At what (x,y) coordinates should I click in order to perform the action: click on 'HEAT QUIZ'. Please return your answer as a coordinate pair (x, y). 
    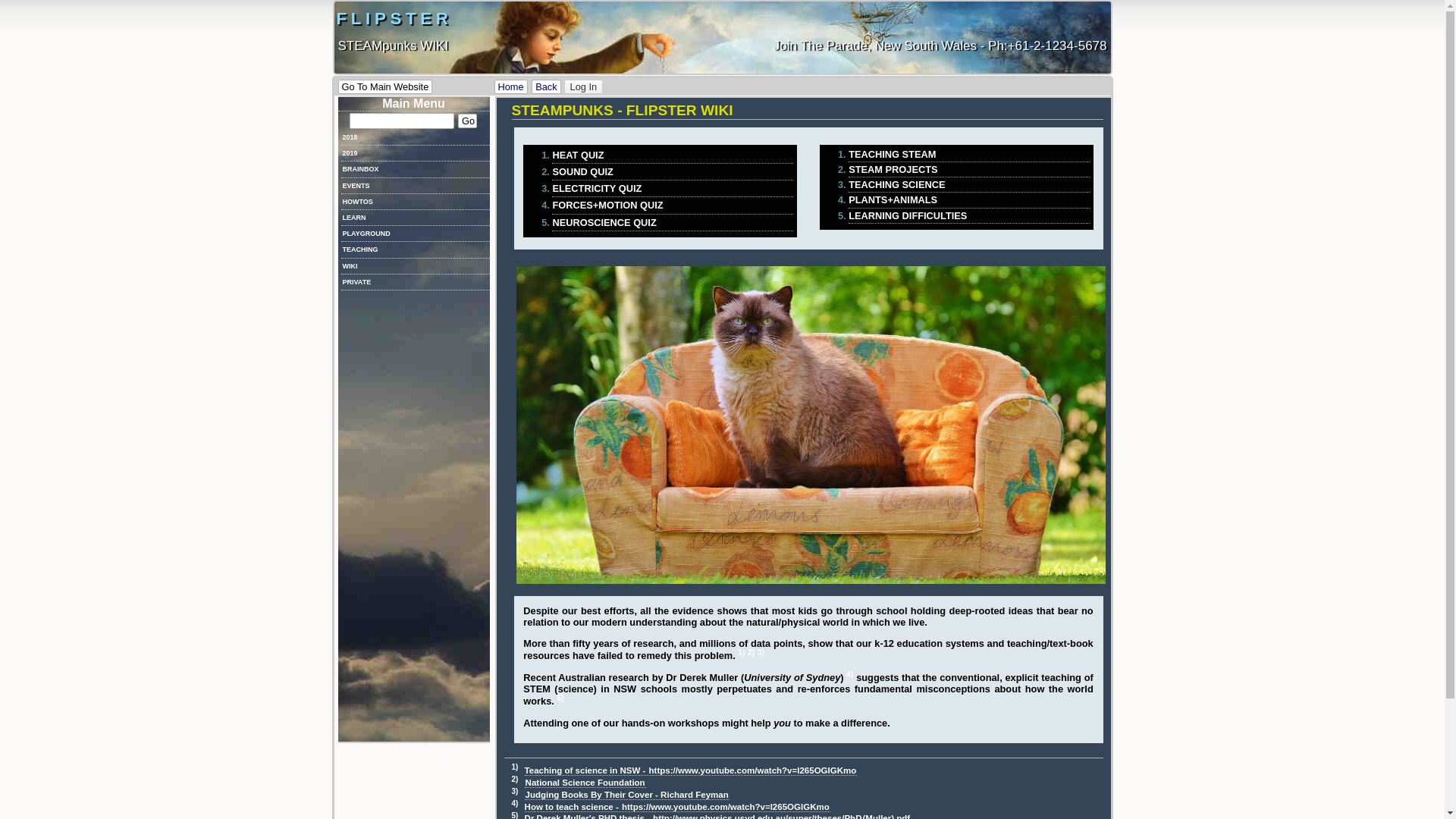
    Looking at the image, I should click on (671, 155).